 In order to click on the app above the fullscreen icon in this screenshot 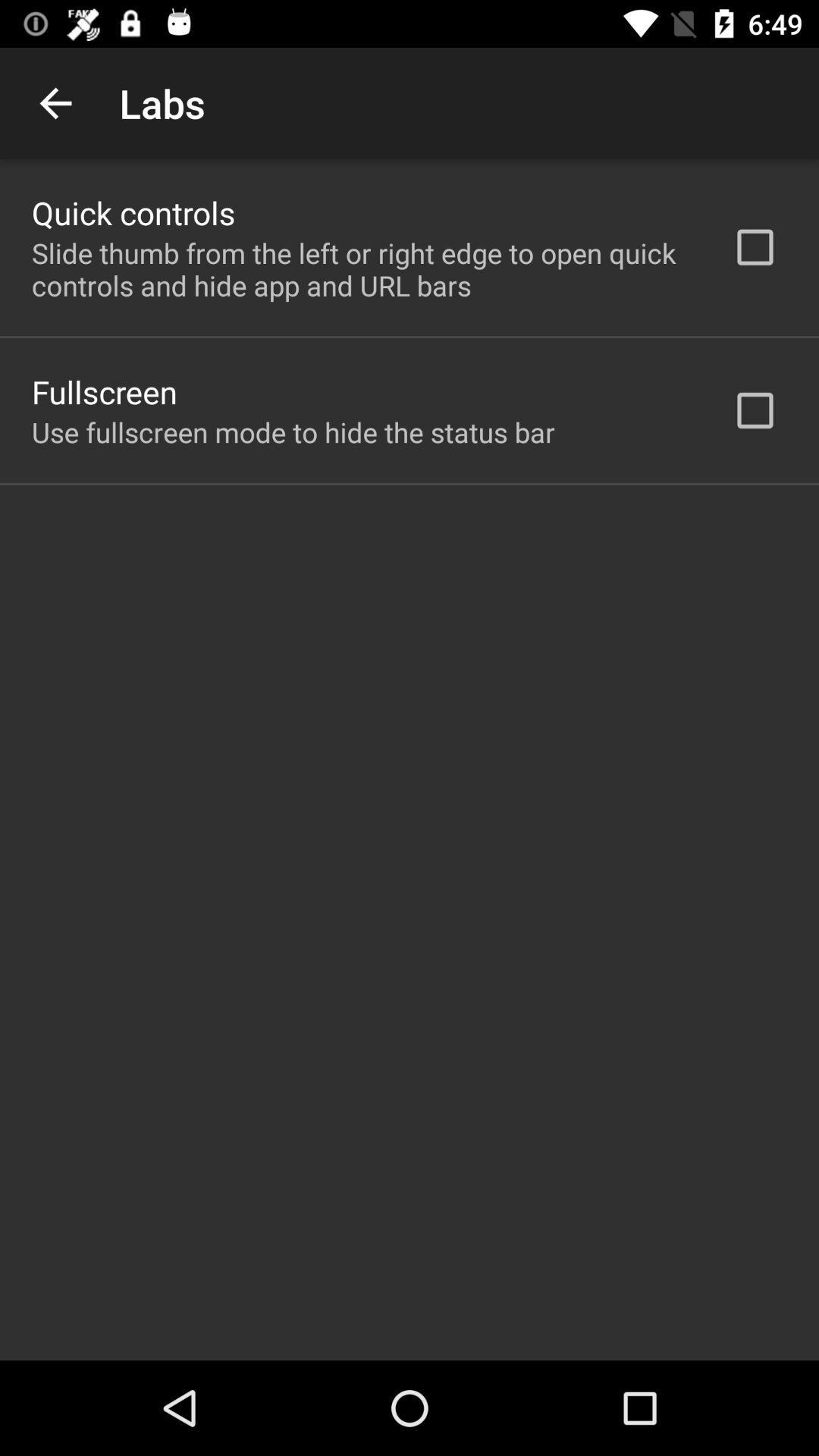, I will do `click(362, 269)`.